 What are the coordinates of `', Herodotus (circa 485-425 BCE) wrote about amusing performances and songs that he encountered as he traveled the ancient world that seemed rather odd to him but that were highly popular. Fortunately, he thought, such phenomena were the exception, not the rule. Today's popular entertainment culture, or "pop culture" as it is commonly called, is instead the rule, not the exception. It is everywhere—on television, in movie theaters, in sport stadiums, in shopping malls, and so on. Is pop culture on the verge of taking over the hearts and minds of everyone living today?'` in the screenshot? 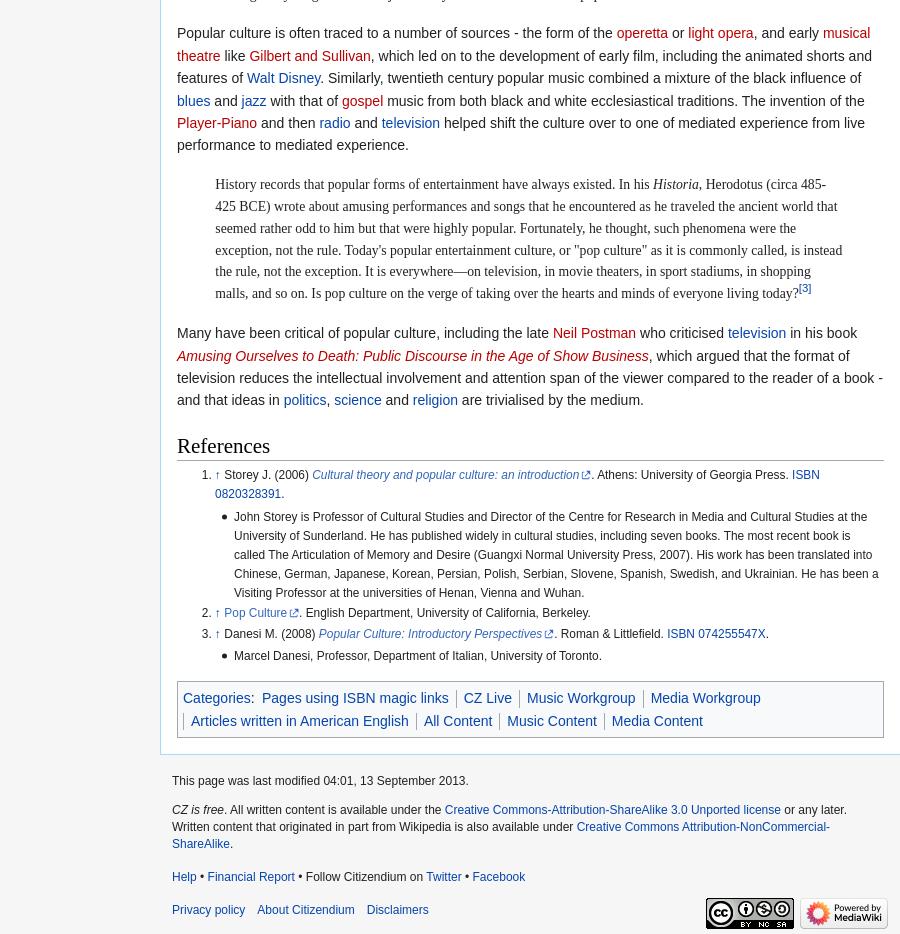 It's located at (527, 238).